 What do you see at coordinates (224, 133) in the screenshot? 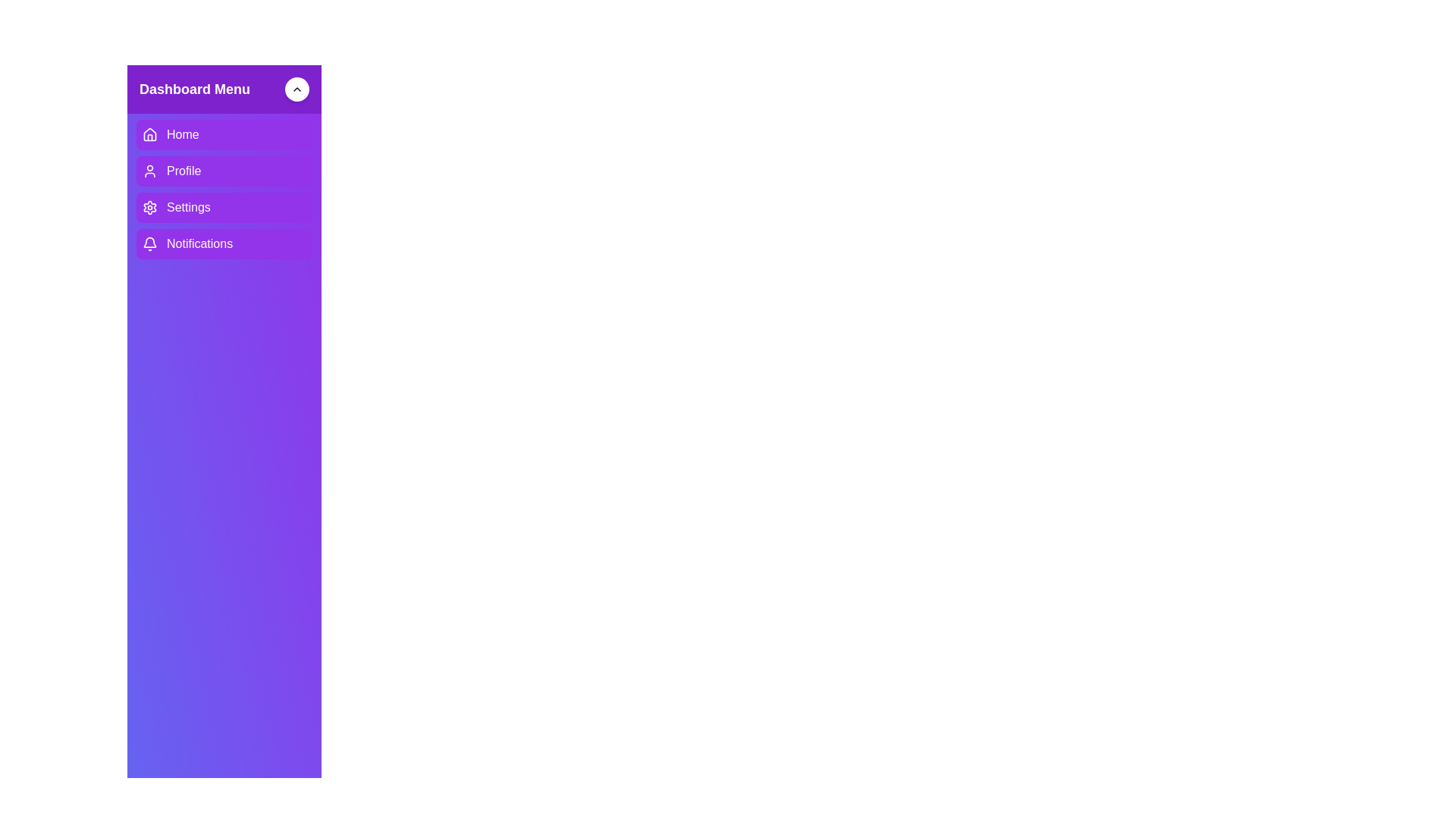
I see `the 'Home' navigational button located at the top of the vertical list menu` at bounding box center [224, 133].